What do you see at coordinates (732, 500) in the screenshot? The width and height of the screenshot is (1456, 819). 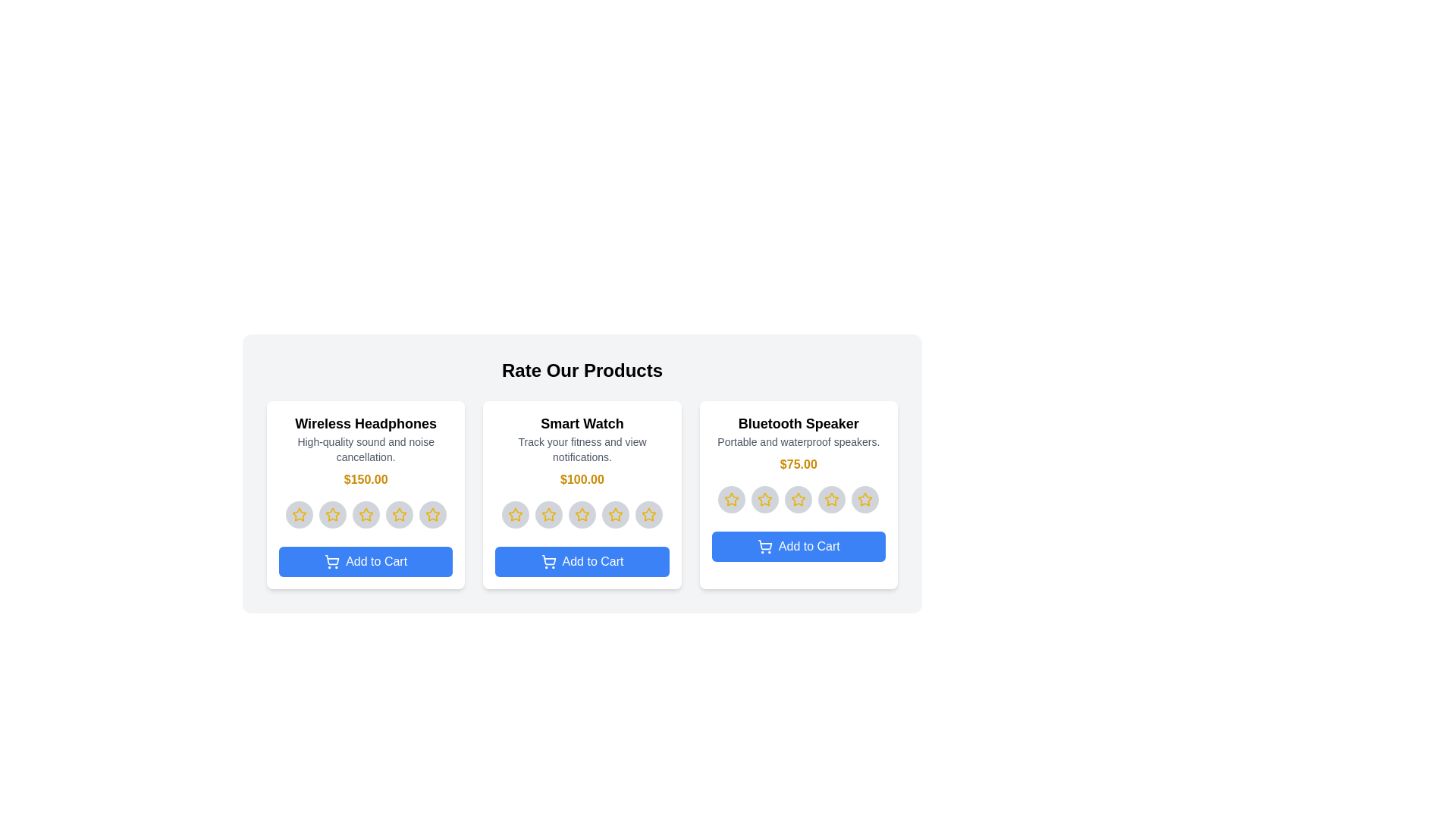 I see `the star corresponding to 1 for the product 'Bluetooth Speaker'` at bounding box center [732, 500].